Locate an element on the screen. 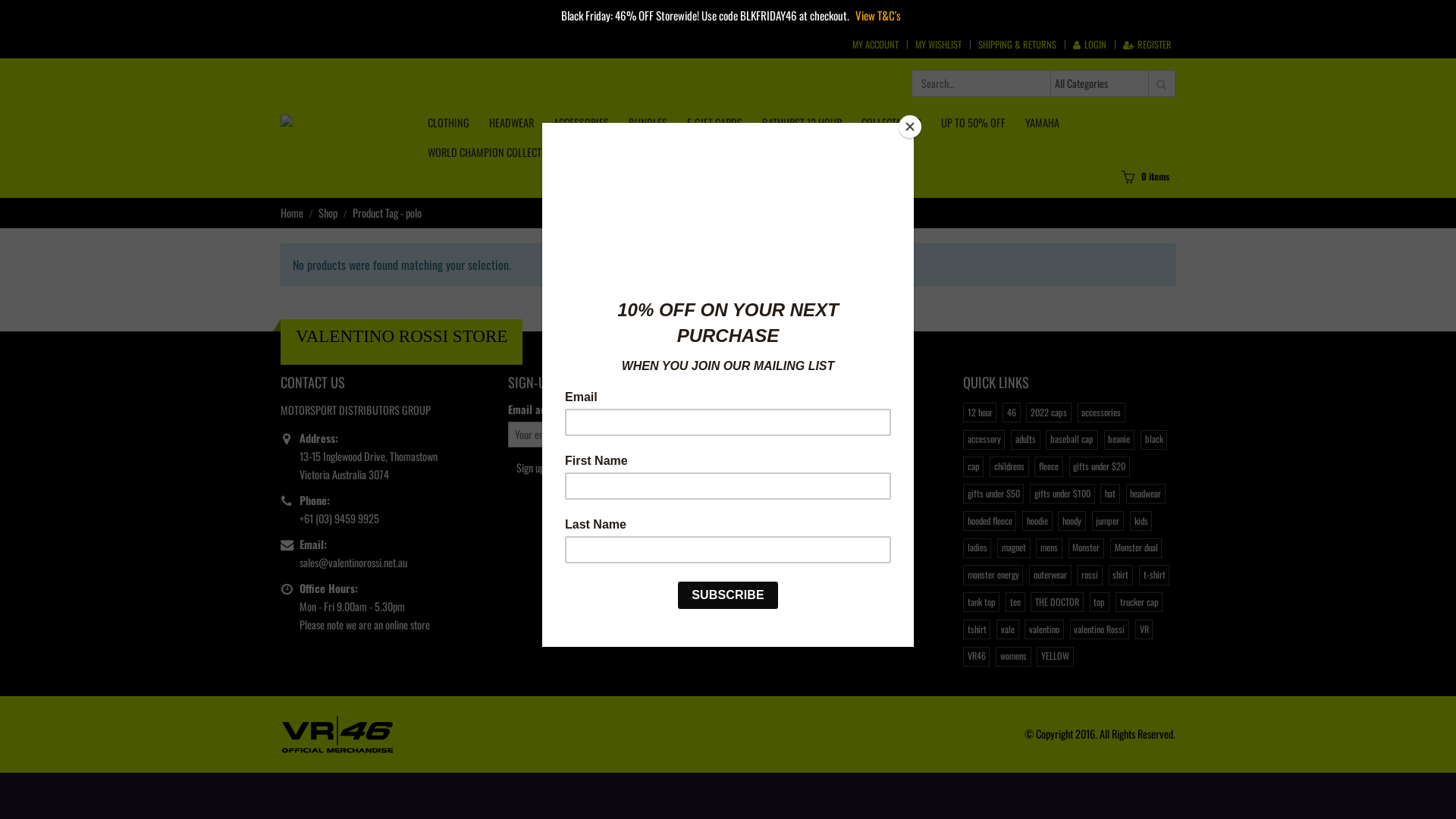  'womens' is located at coordinates (1012, 656).